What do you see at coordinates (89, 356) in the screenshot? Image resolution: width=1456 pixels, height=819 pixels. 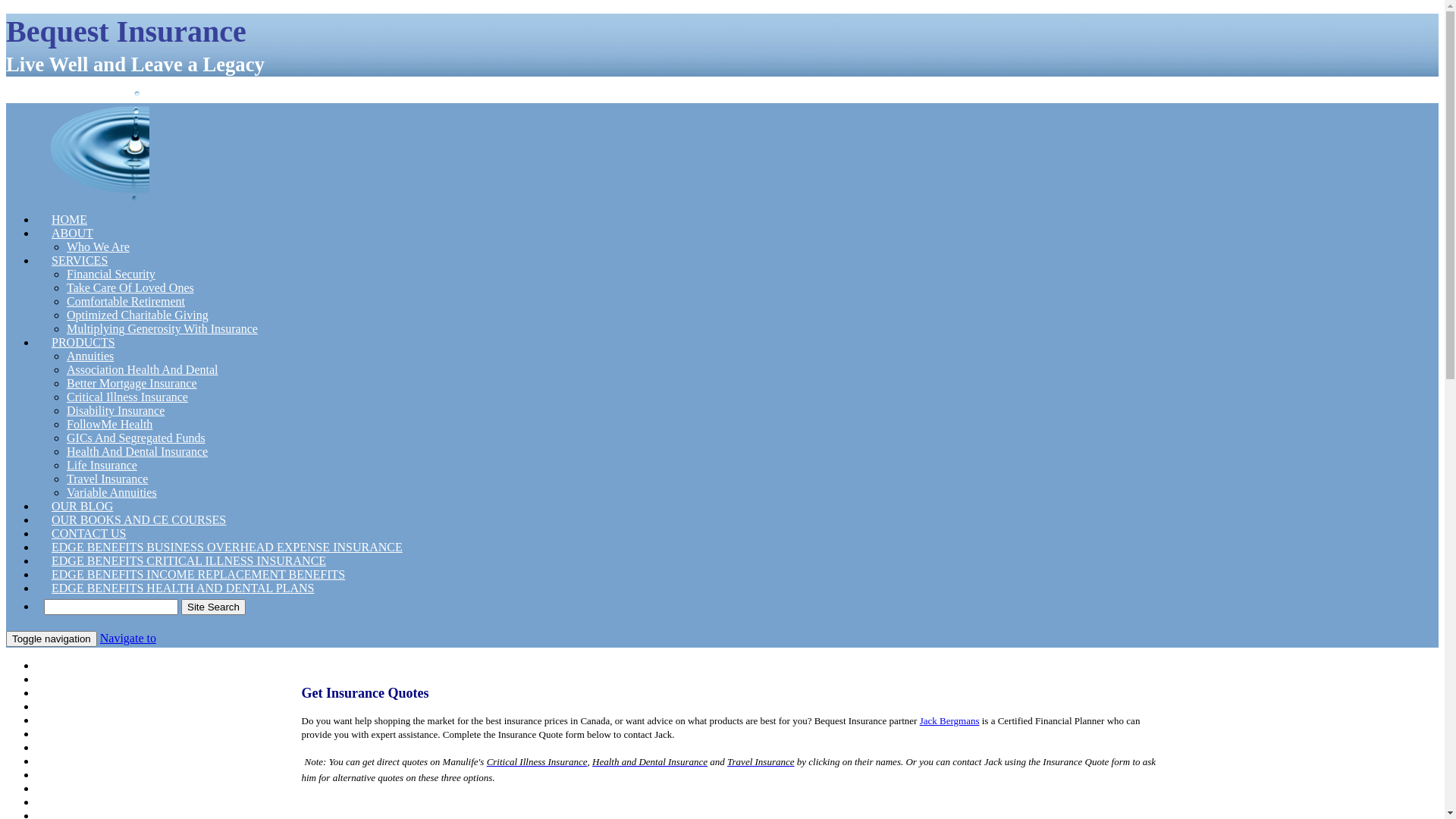 I see `'Annuities'` at bounding box center [89, 356].